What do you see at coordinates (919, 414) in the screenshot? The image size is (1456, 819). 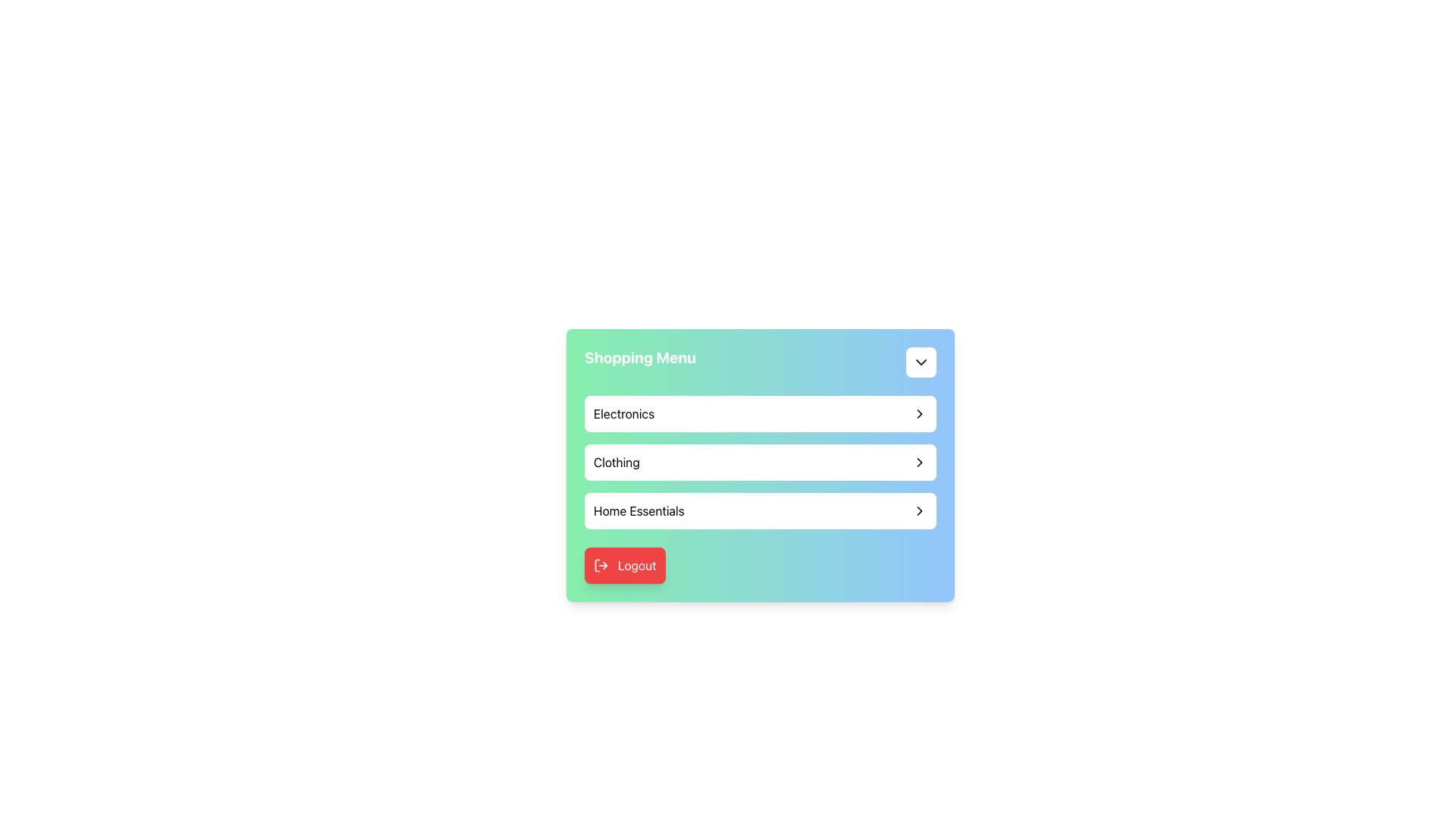 I see `the chevron-right icon, which is an arrow icon pointing to the right, located at the right end of the 'Electronics' menu option in the shopping menu interface` at bounding box center [919, 414].